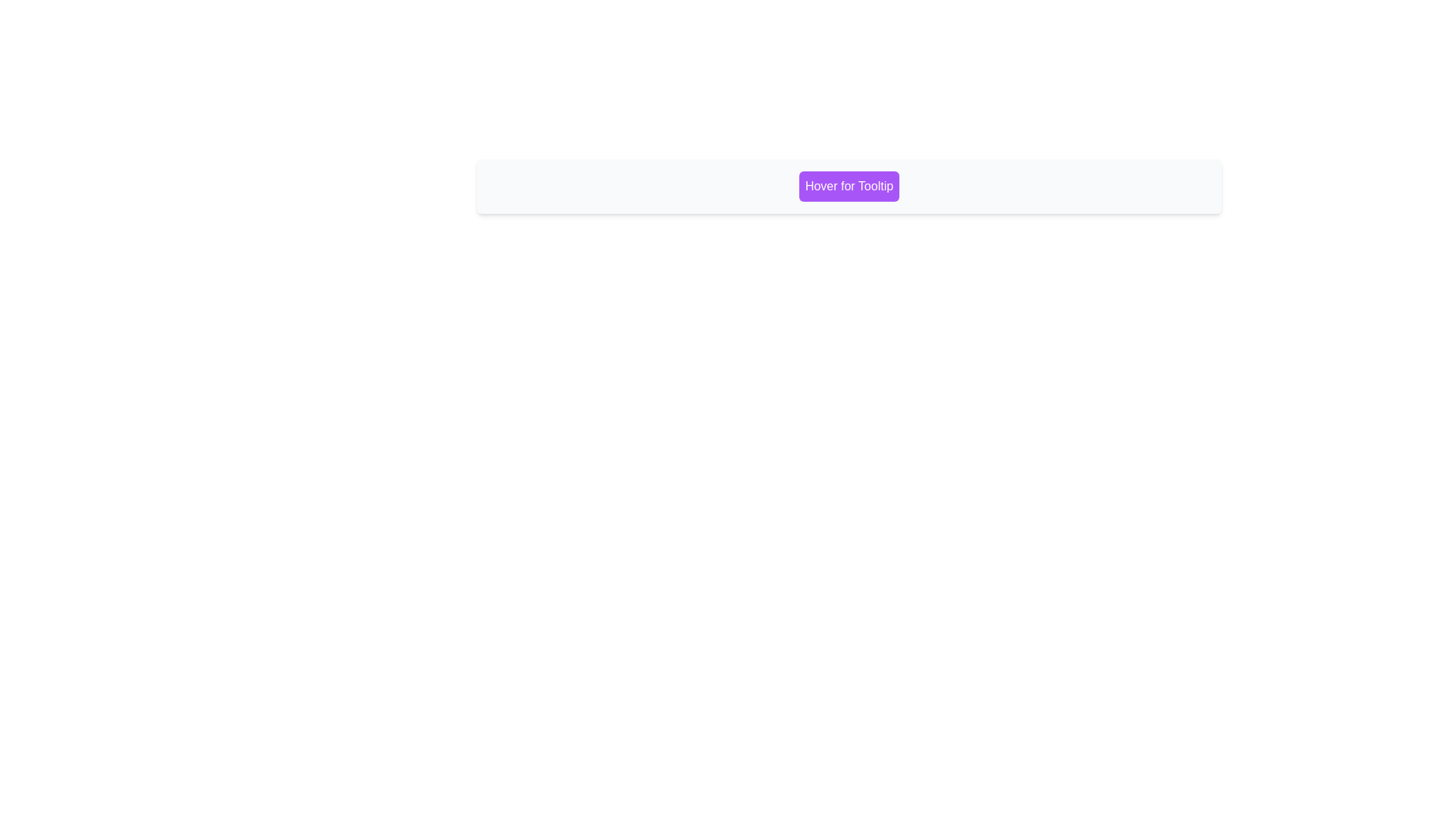 The height and width of the screenshot is (819, 1456). I want to click on the purple button labeled 'Hover for Tooltip' which is located near the center of the light gray section within the white panel, so click(848, 186).